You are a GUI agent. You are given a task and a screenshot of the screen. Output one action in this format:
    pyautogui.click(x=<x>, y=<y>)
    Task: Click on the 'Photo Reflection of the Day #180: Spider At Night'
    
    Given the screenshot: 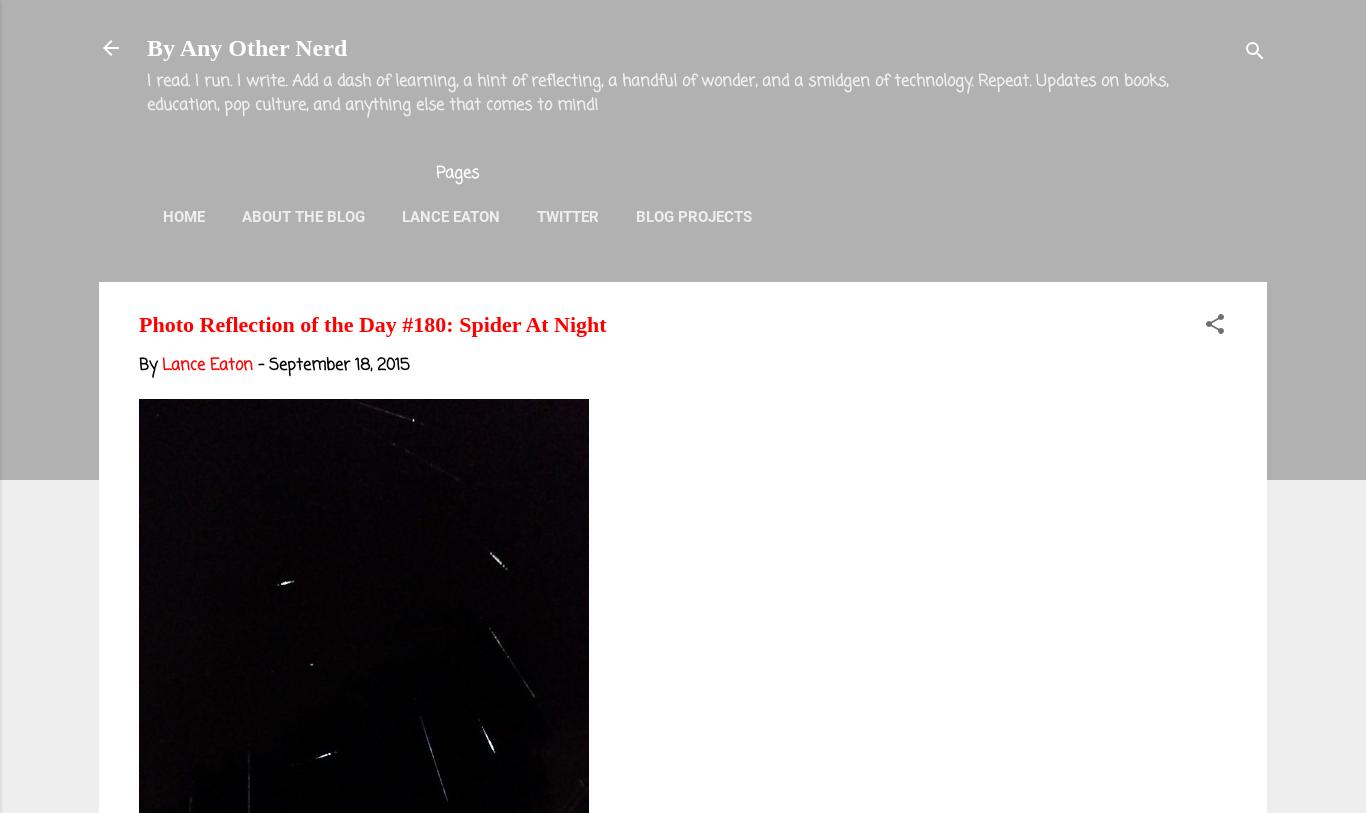 What is the action you would take?
    pyautogui.click(x=371, y=323)
    